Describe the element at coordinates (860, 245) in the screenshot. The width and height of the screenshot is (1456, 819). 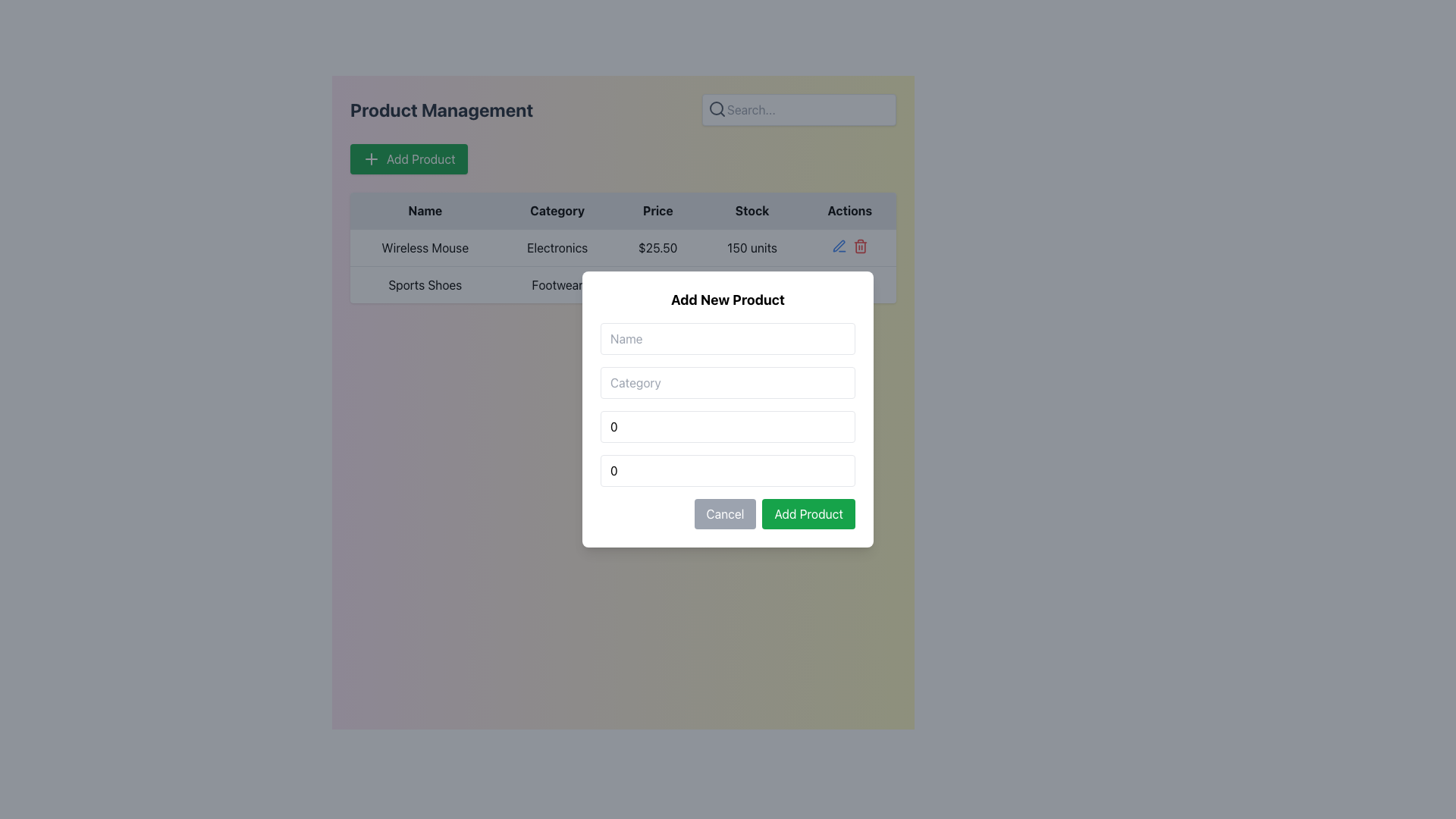
I see `the red trash icon button in the 'Actions' column` at that location.